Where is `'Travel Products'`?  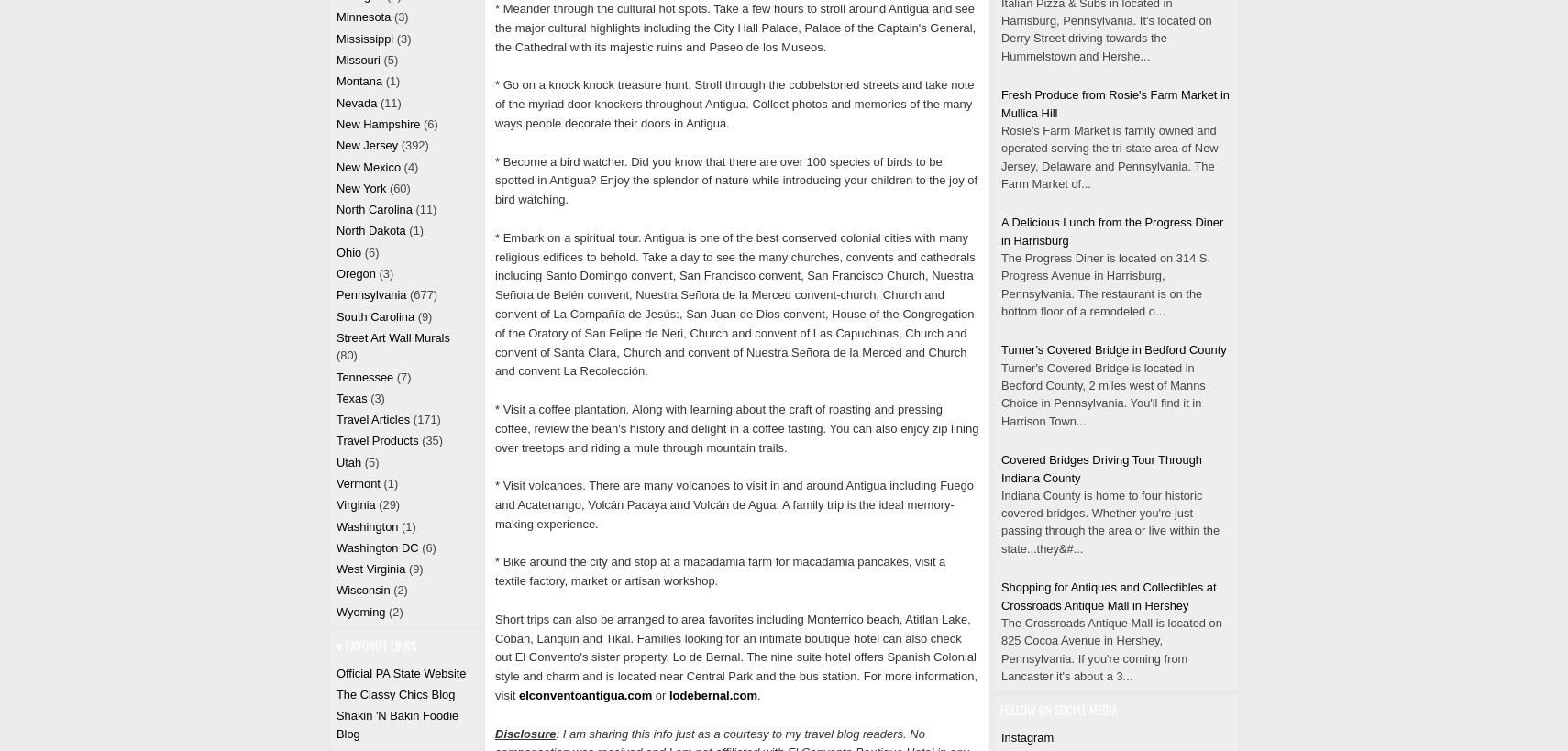
'Travel Products' is located at coordinates (376, 439).